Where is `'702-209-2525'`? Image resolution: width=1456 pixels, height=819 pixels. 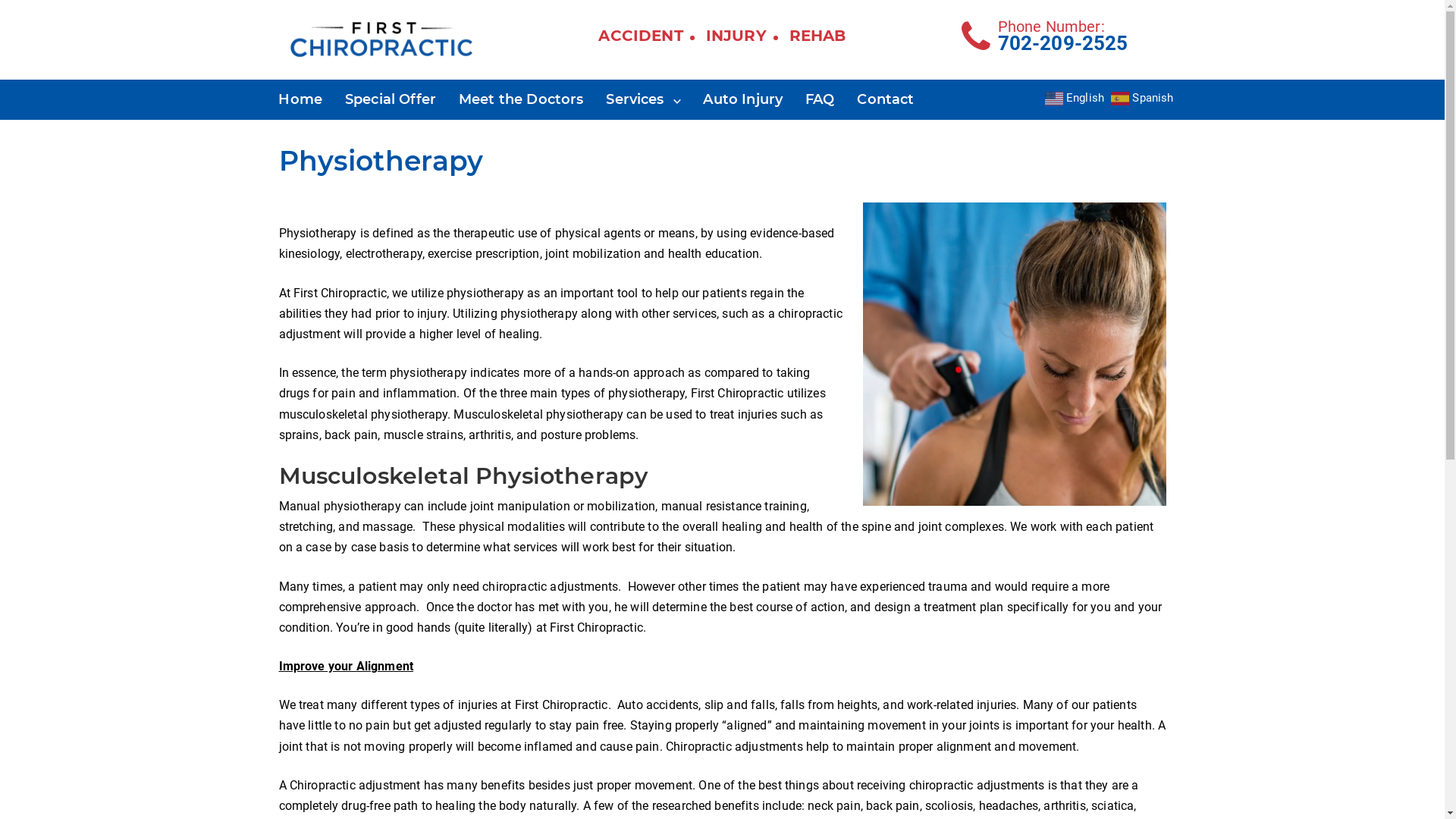 '702-209-2525' is located at coordinates (1062, 42).